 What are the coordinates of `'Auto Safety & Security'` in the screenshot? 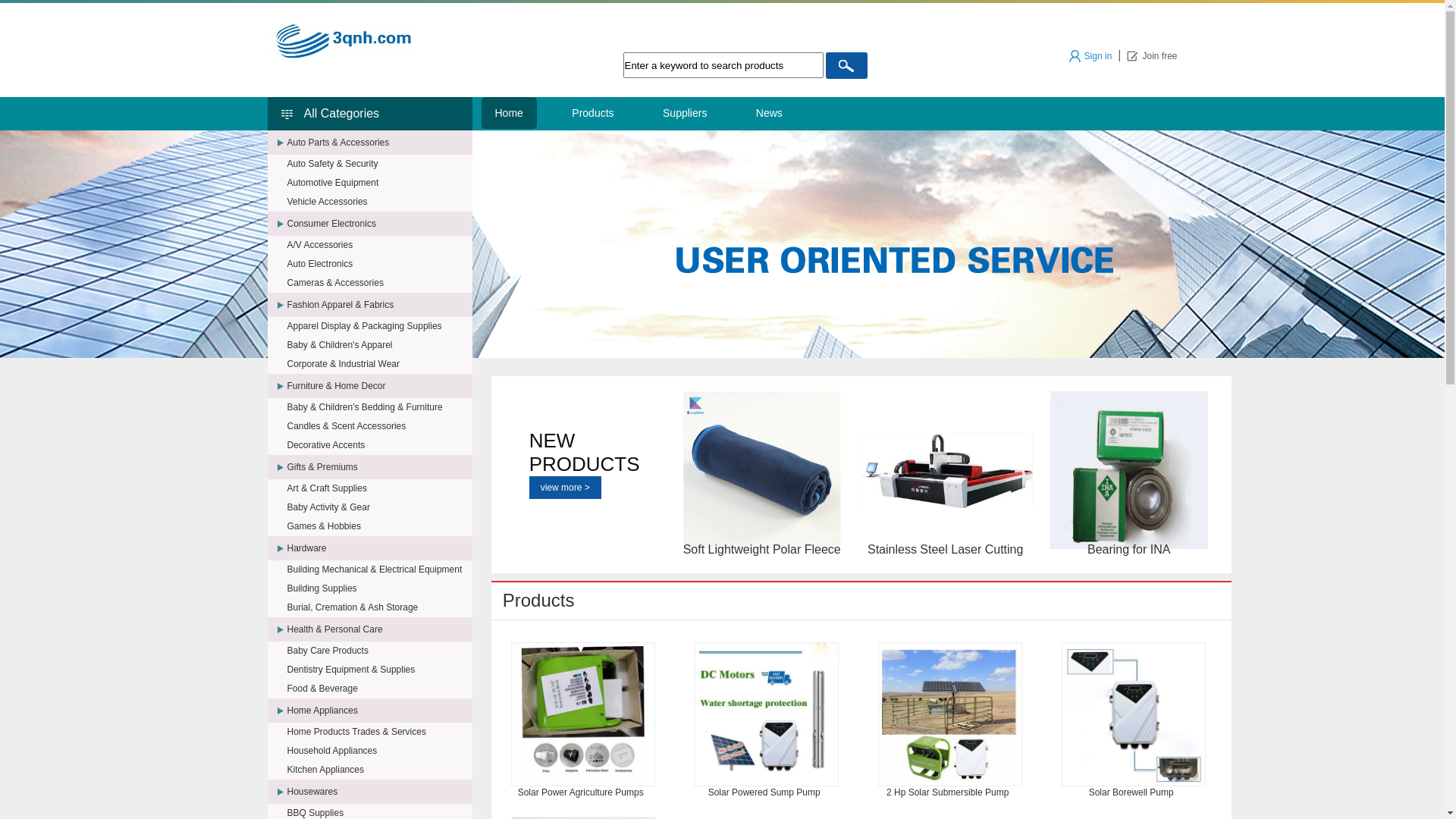 It's located at (378, 164).